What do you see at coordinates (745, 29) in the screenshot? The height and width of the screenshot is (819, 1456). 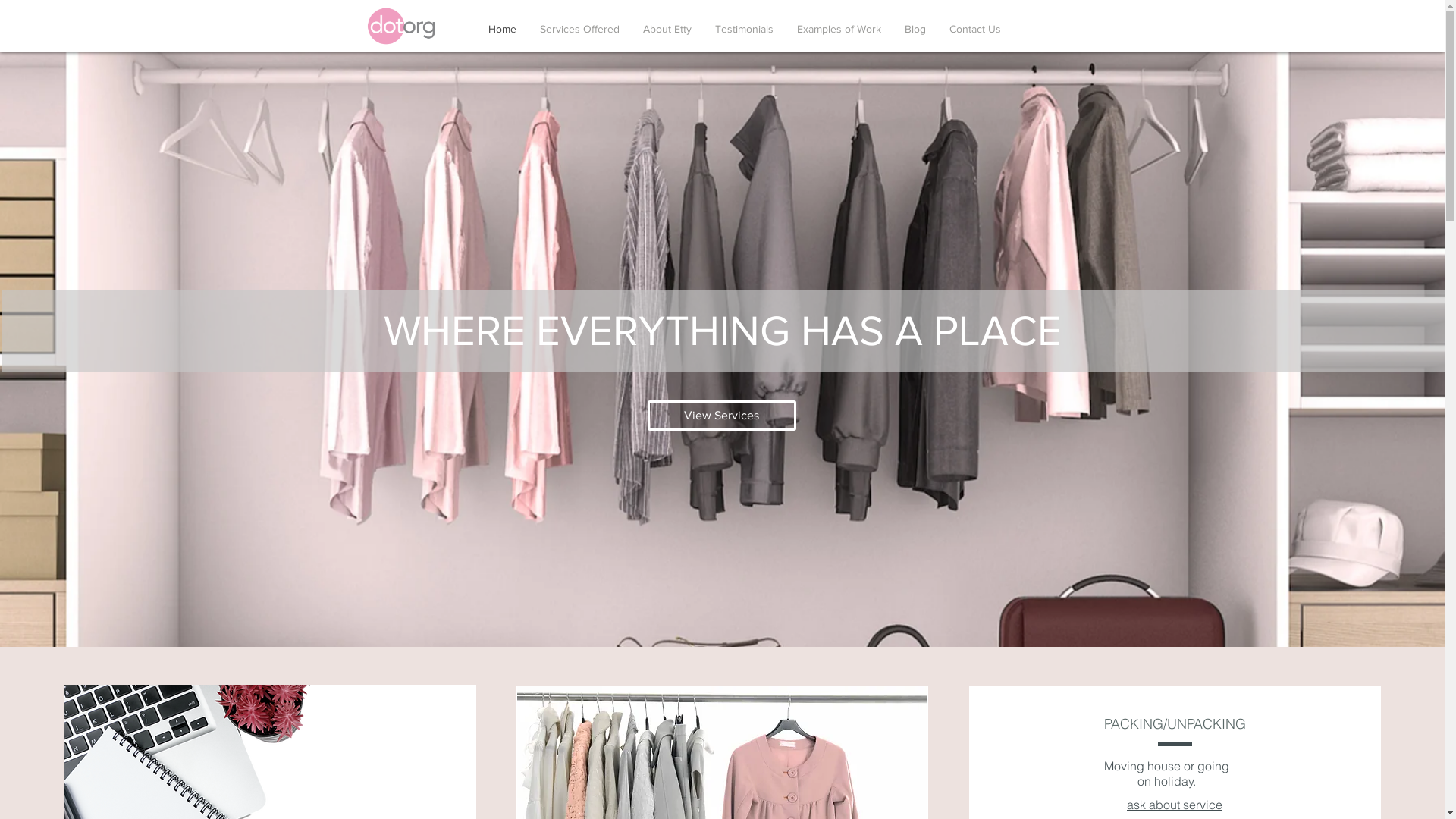 I see `'Testimonials'` at bounding box center [745, 29].